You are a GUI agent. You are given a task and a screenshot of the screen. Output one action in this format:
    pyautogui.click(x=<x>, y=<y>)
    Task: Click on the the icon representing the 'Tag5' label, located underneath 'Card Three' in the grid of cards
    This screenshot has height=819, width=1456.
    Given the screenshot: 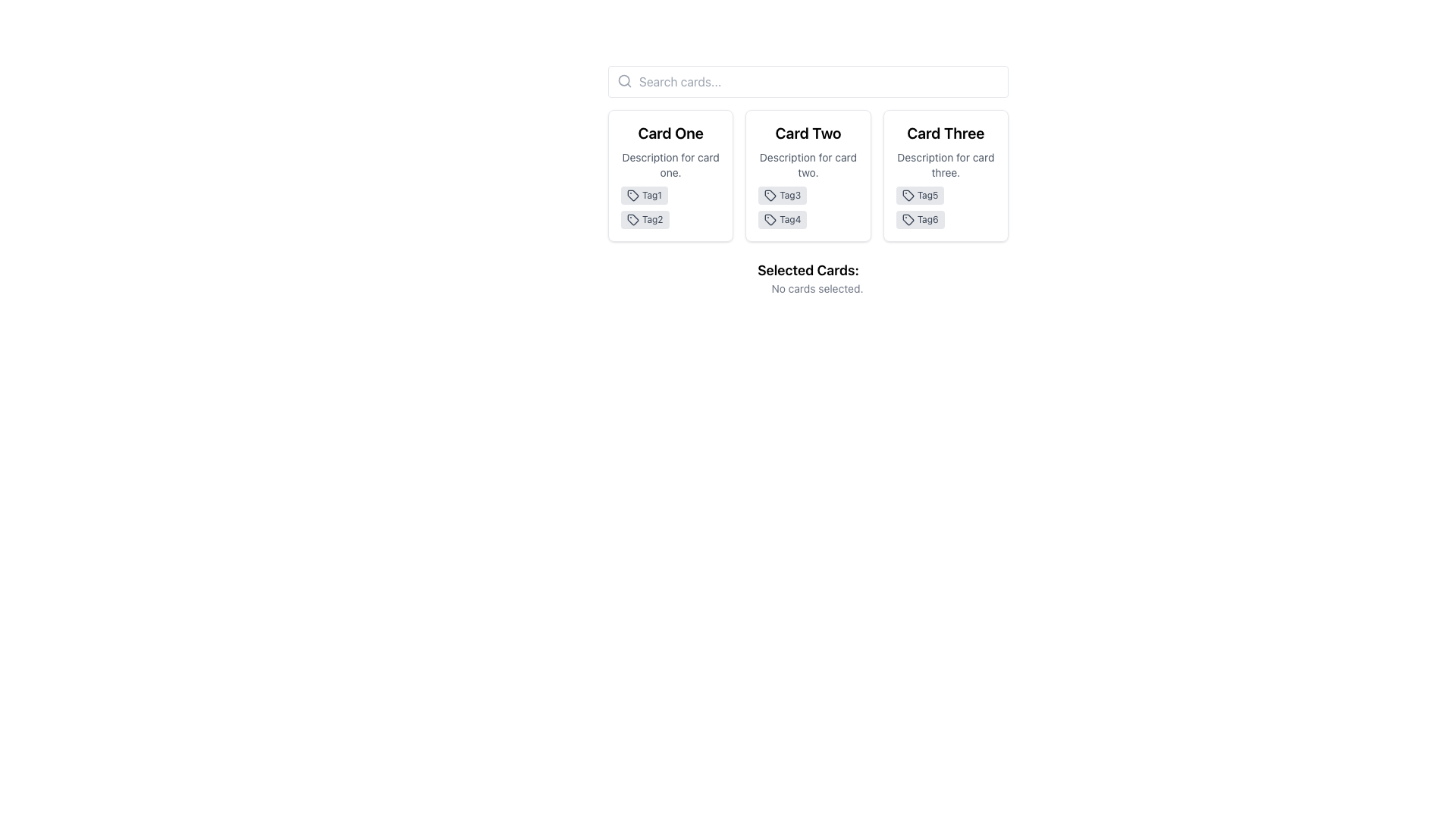 What is the action you would take?
    pyautogui.click(x=908, y=195)
    